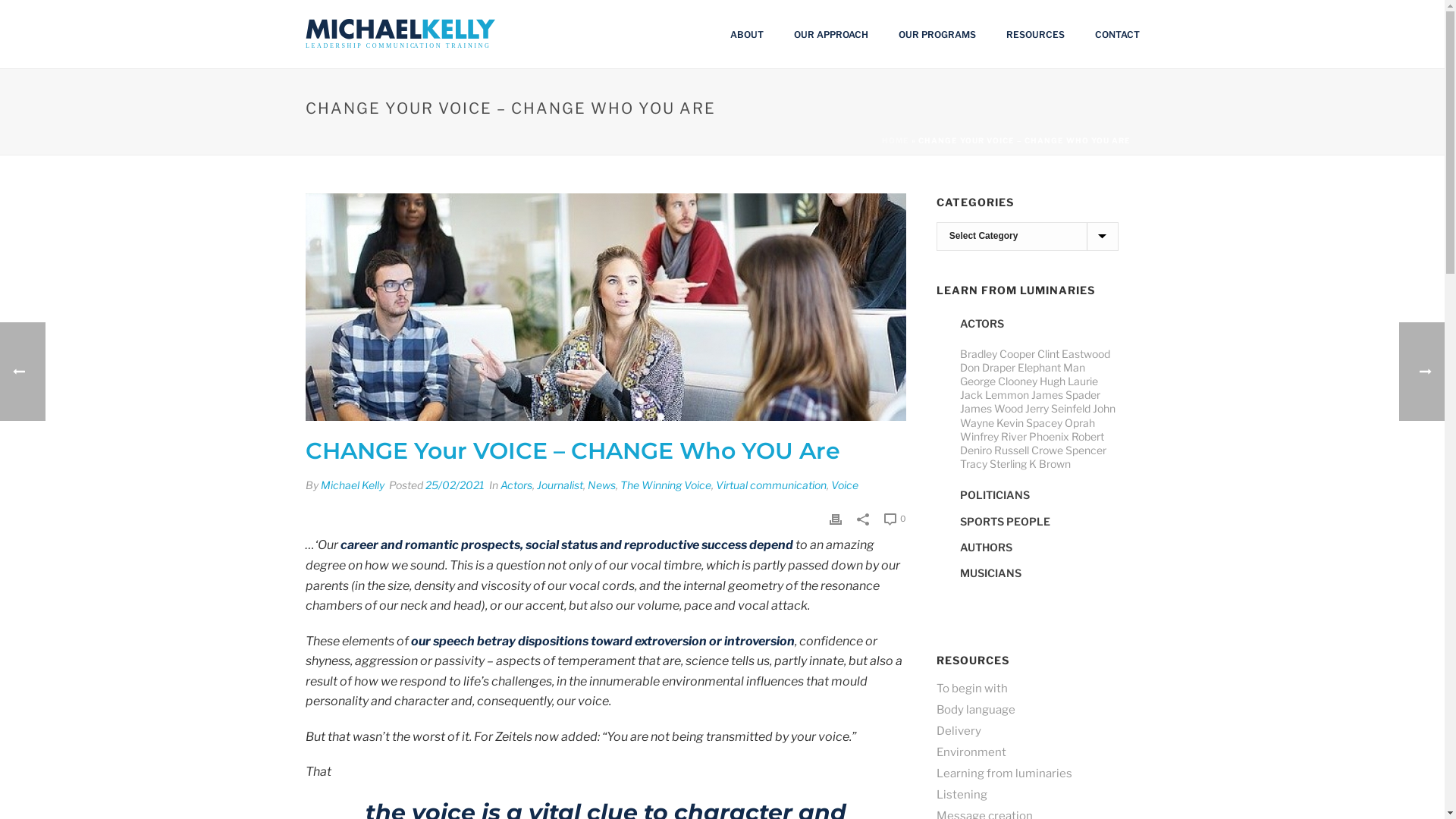 This screenshot has width=1456, height=819. I want to click on 'Don Draper', so click(987, 367).